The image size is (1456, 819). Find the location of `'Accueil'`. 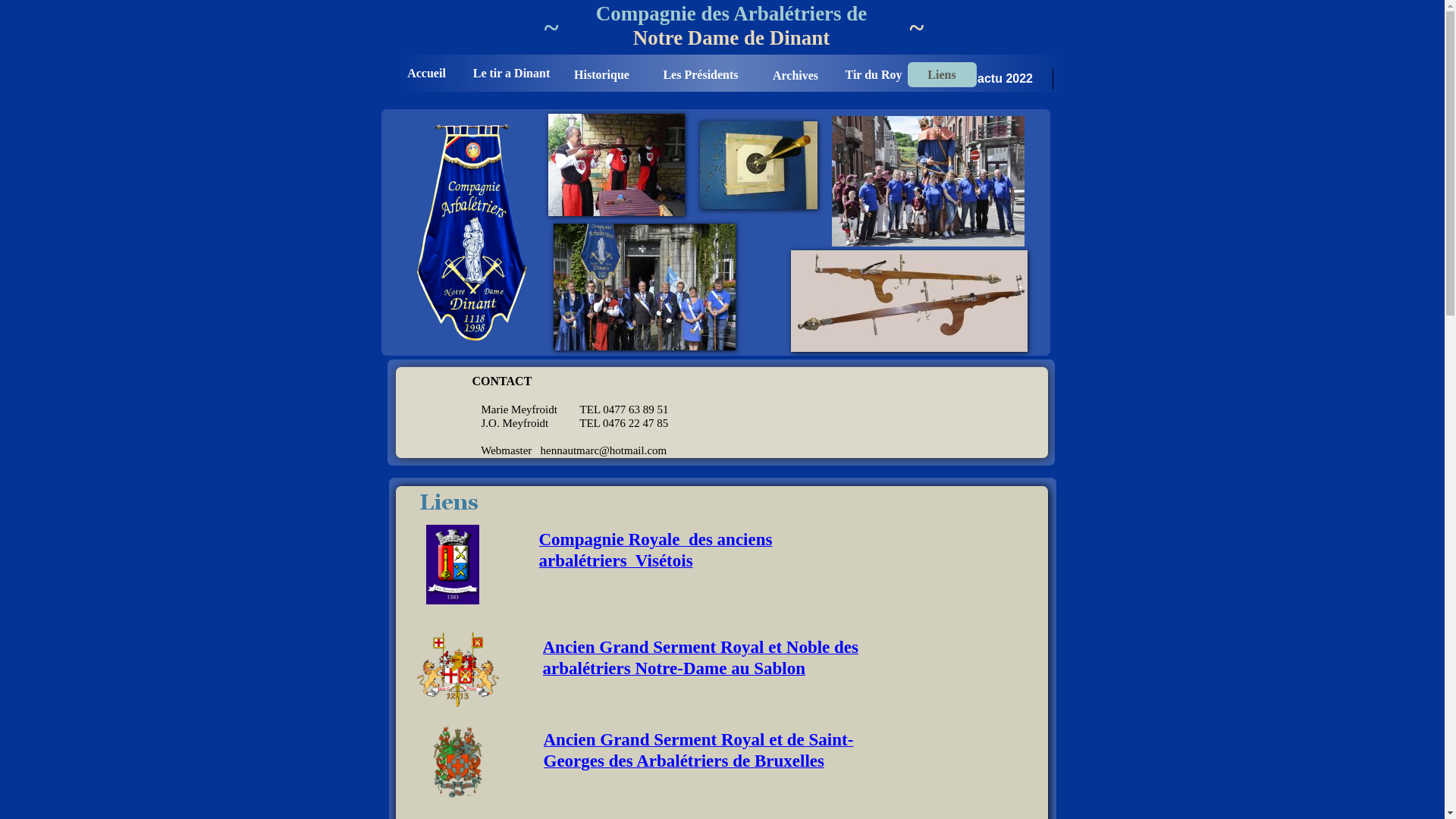

'Accueil' is located at coordinates (425, 73).